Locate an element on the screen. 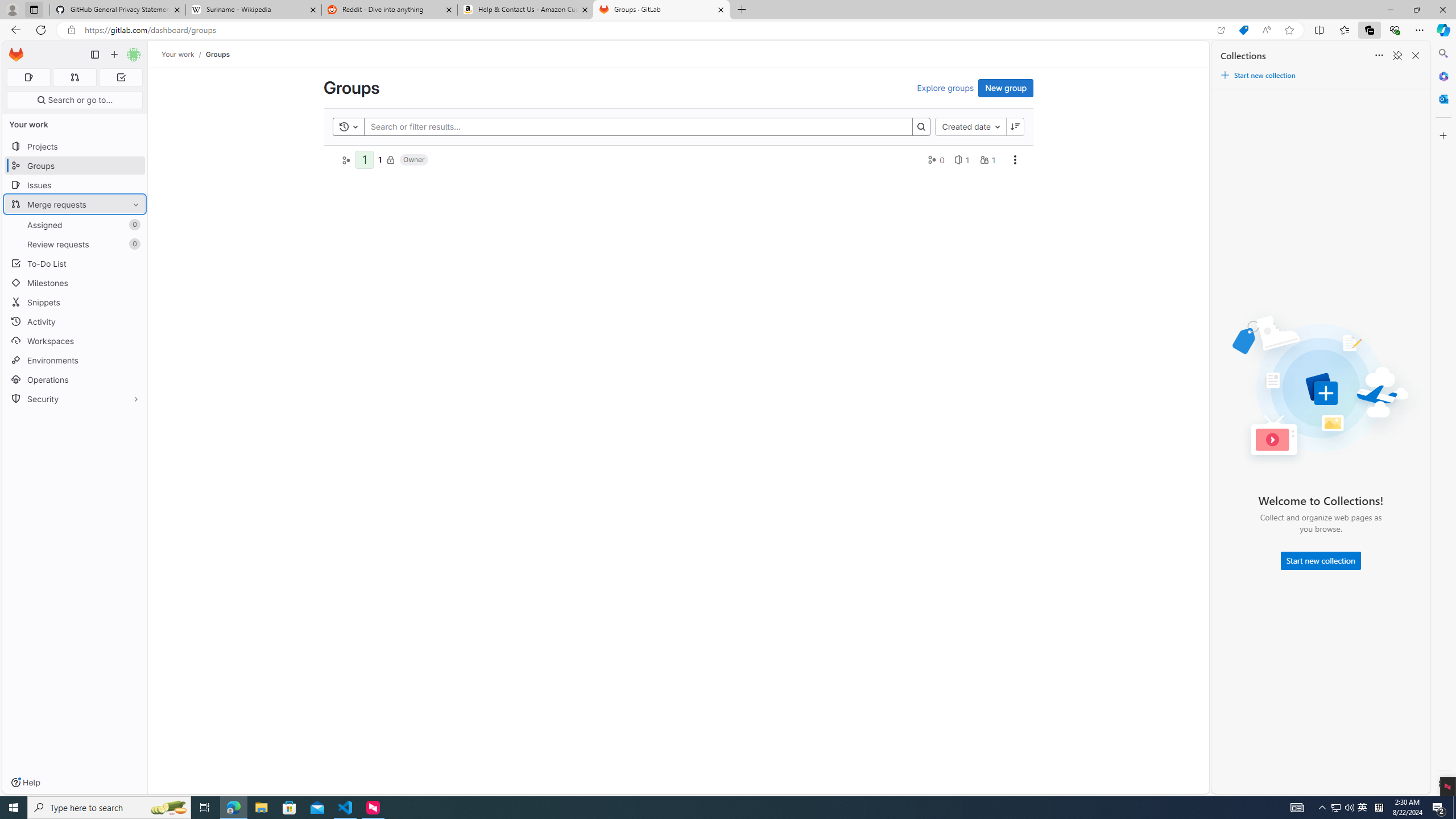 Image resolution: width=1456 pixels, height=819 pixels. 'Your work/' is located at coordinates (183, 54).